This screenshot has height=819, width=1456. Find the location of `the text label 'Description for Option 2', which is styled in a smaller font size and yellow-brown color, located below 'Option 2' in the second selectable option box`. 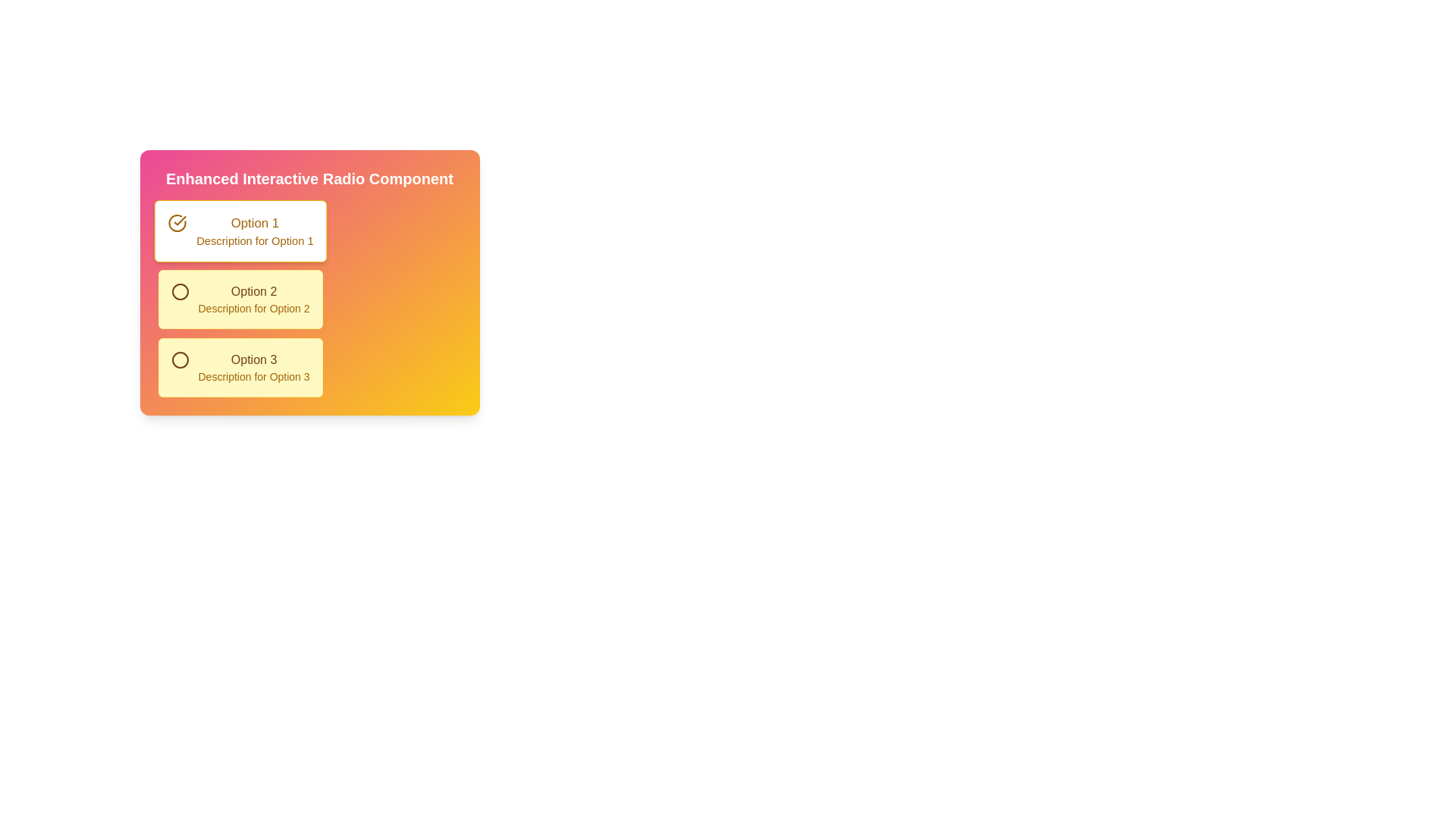

the text label 'Description for Option 2', which is styled in a smaller font size and yellow-brown color, located below 'Option 2' in the second selectable option box is located at coordinates (254, 308).